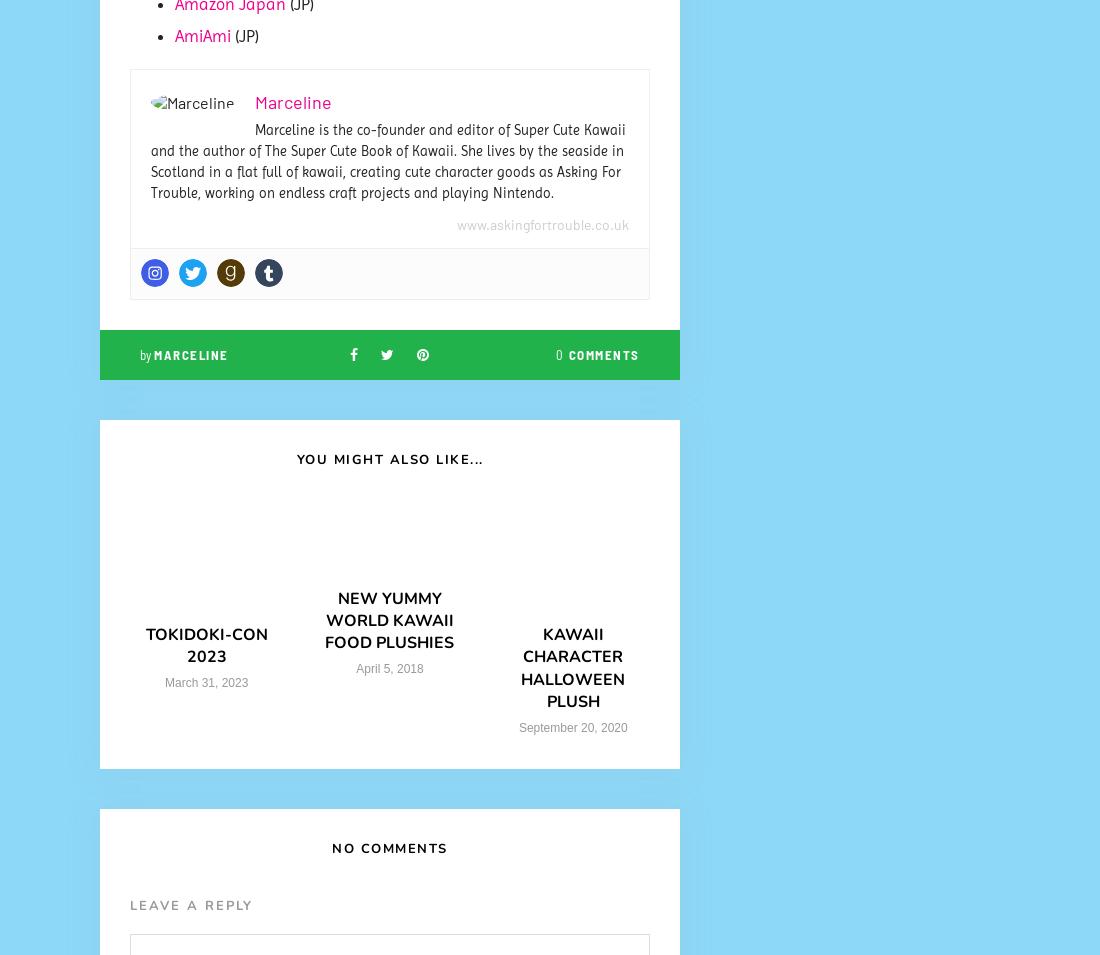  Describe the element at coordinates (571, 667) in the screenshot. I see `'Kawaii Character Halloween Plush'` at that location.